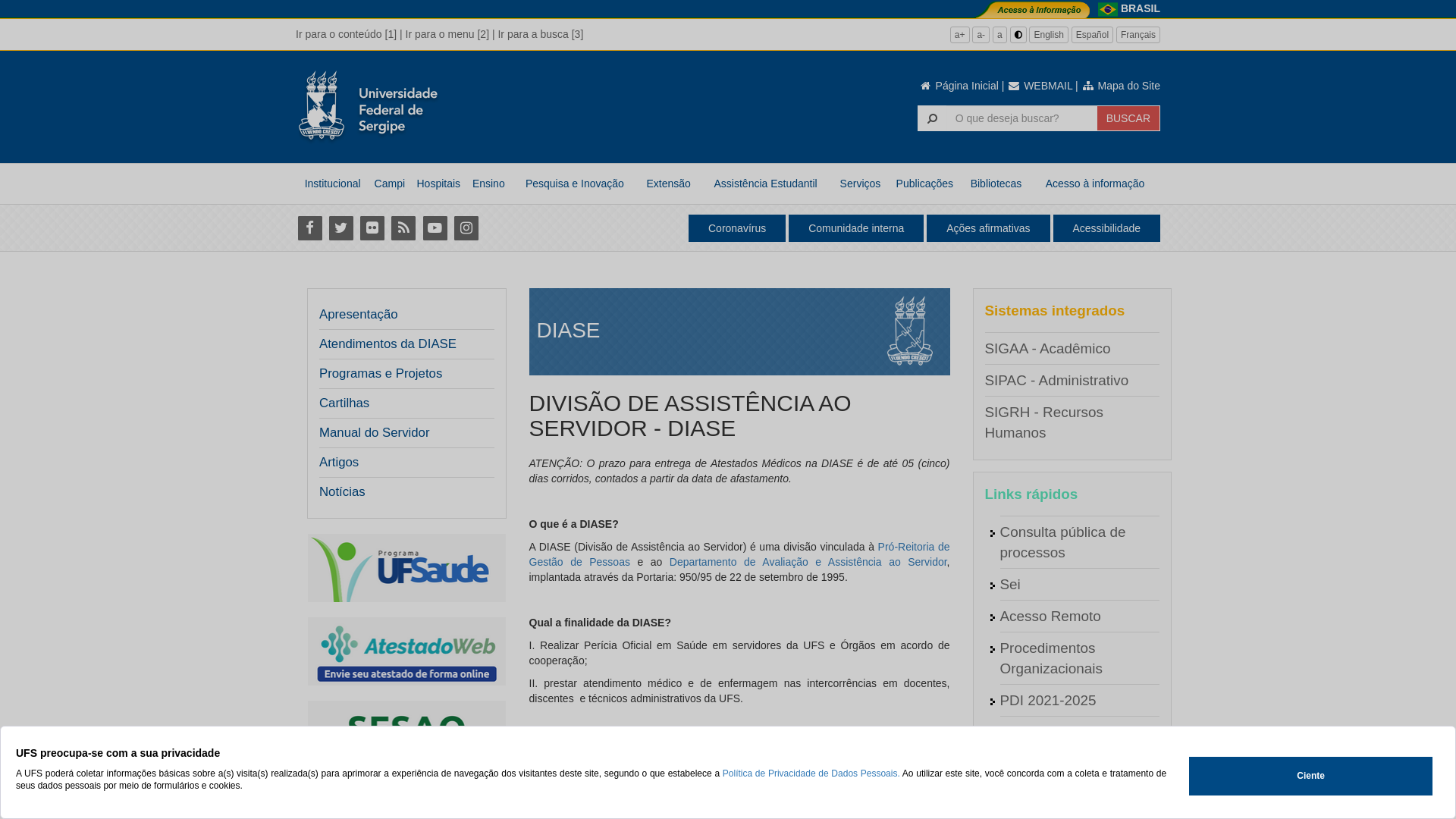 The height and width of the screenshot is (819, 1456). What do you see at coordinates (1043, 422) in the screenshot?
I see `'SIGRH - Recursos Humanos'` at bounding box center [1043, 422].